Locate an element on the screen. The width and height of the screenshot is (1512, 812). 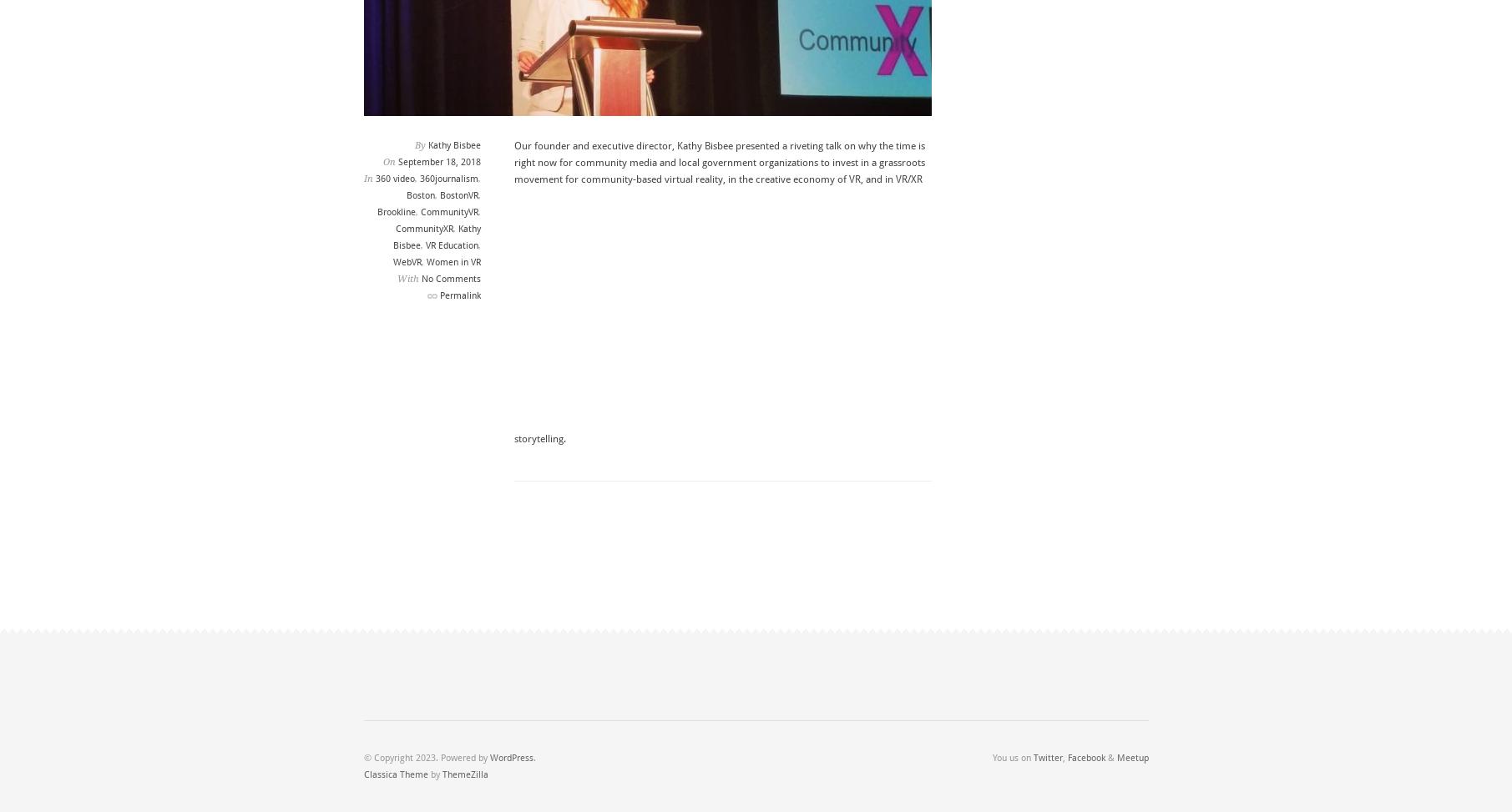
'With' is located at coordinates (408, 279).